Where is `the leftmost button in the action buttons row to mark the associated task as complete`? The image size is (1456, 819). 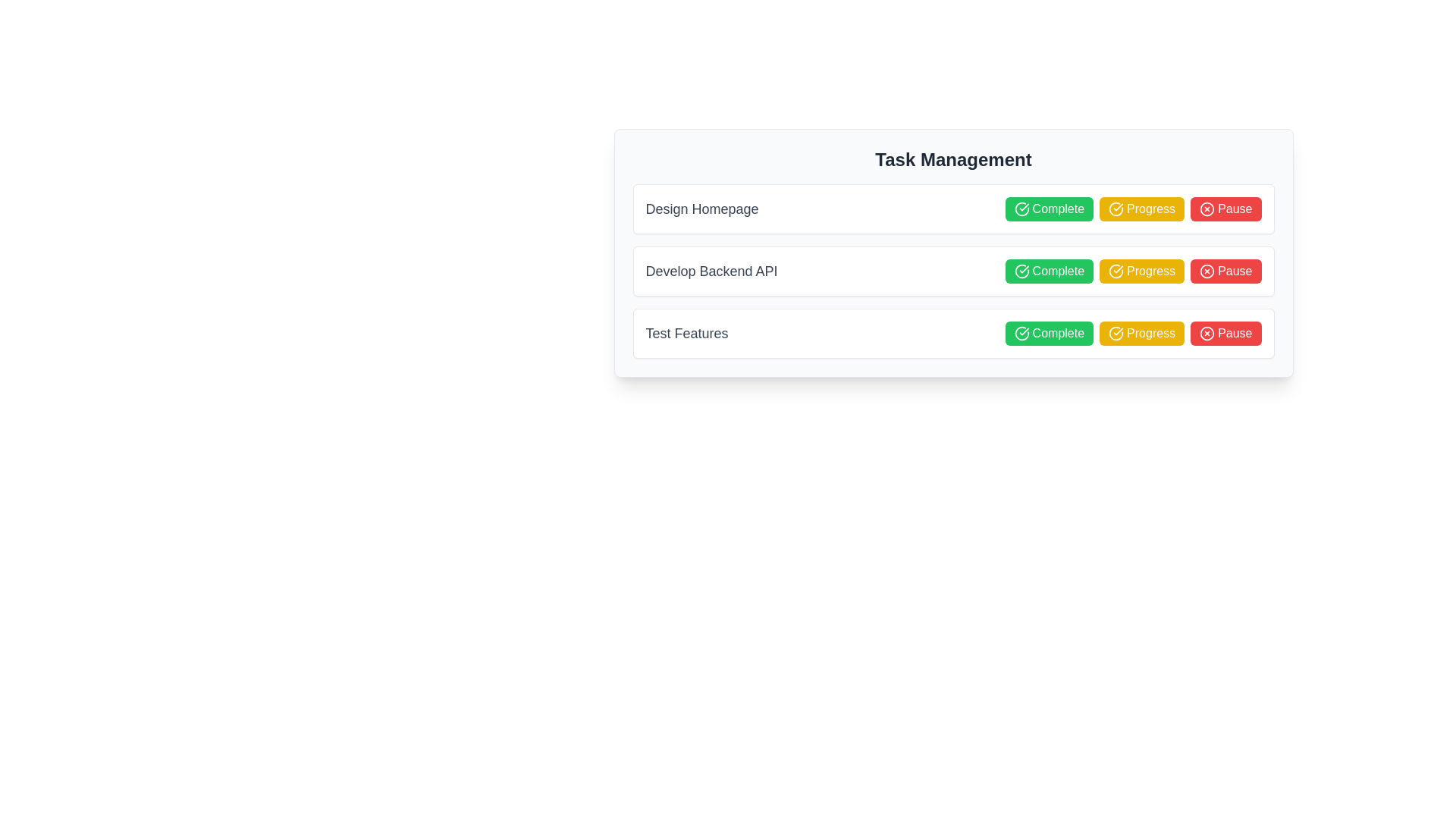
the leftmost button in the action buttons row to mark the associated task as complete is located at coordinates (1048, 209).